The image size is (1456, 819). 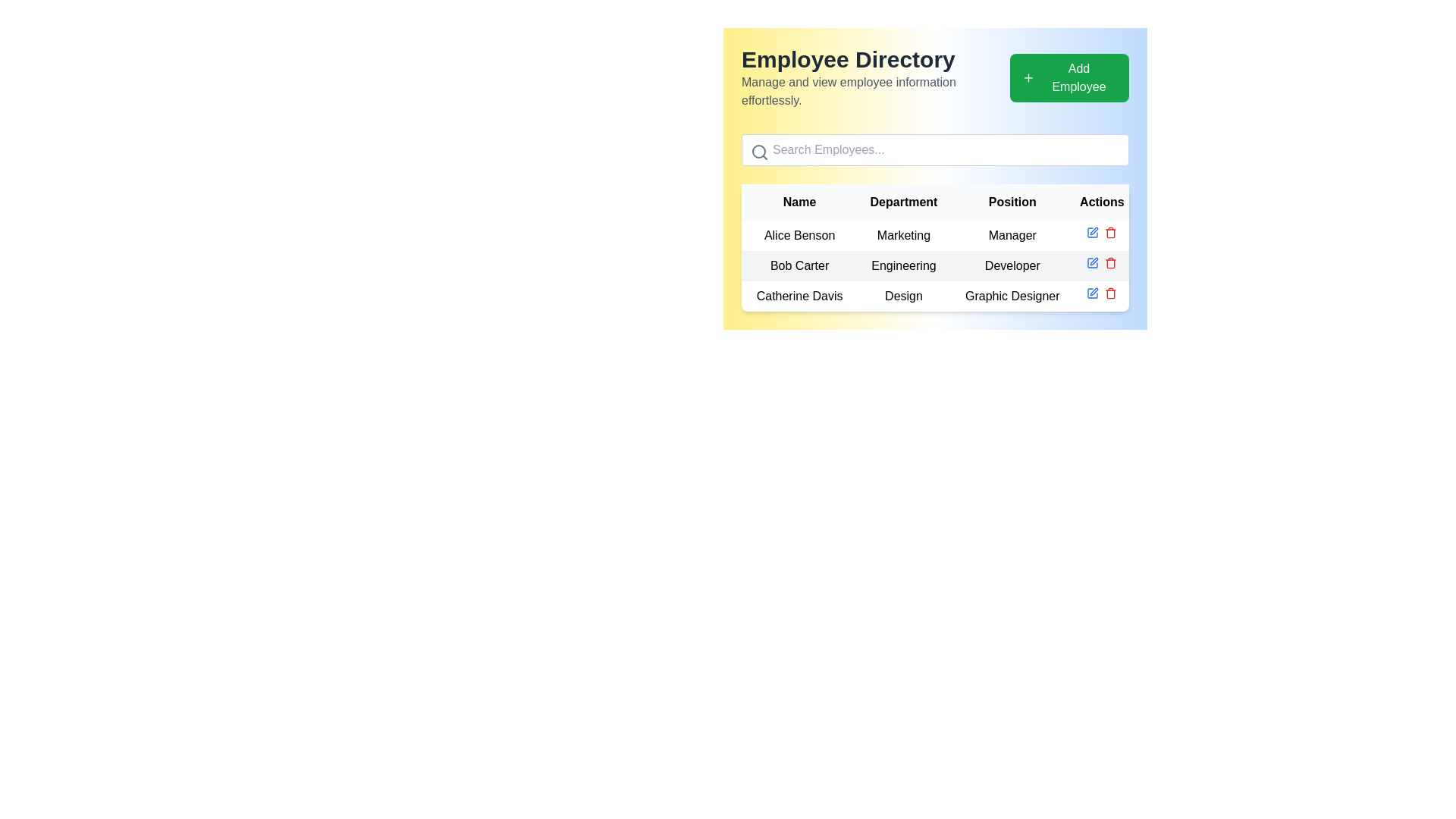 What do you see at coordinates (1102, 201) in the screenshot?
I see `the 'Actions' column header in the table, which is the fourth column header indicating user actions for the corresponding rows` at bounding box center [1102, 201].